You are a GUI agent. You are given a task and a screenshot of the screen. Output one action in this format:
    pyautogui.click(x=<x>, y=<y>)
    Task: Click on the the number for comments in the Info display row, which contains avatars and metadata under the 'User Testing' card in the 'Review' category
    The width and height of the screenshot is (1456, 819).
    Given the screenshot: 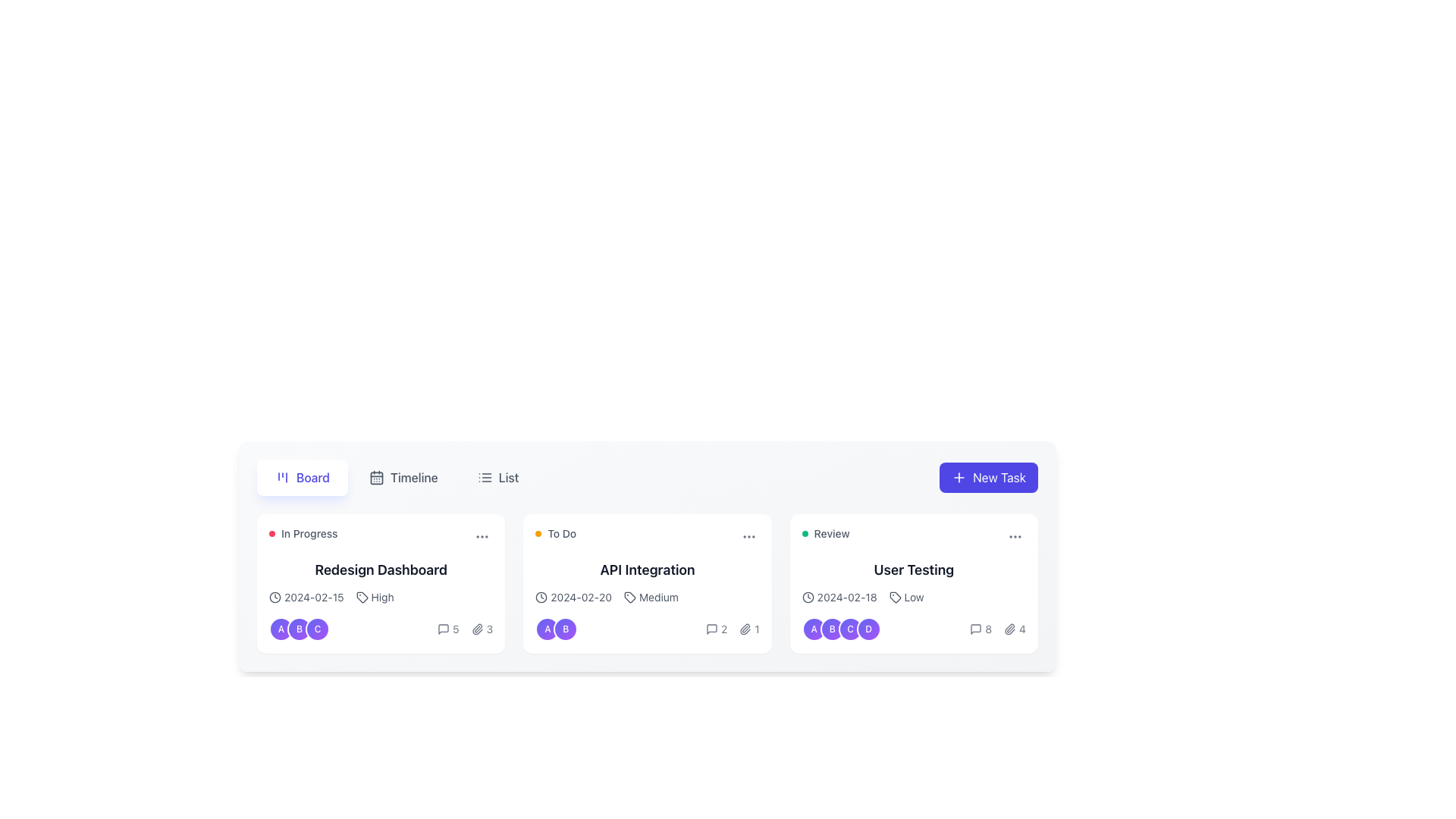 What is the action you would take?
    pyautogui.click(x=913, y=629)
    